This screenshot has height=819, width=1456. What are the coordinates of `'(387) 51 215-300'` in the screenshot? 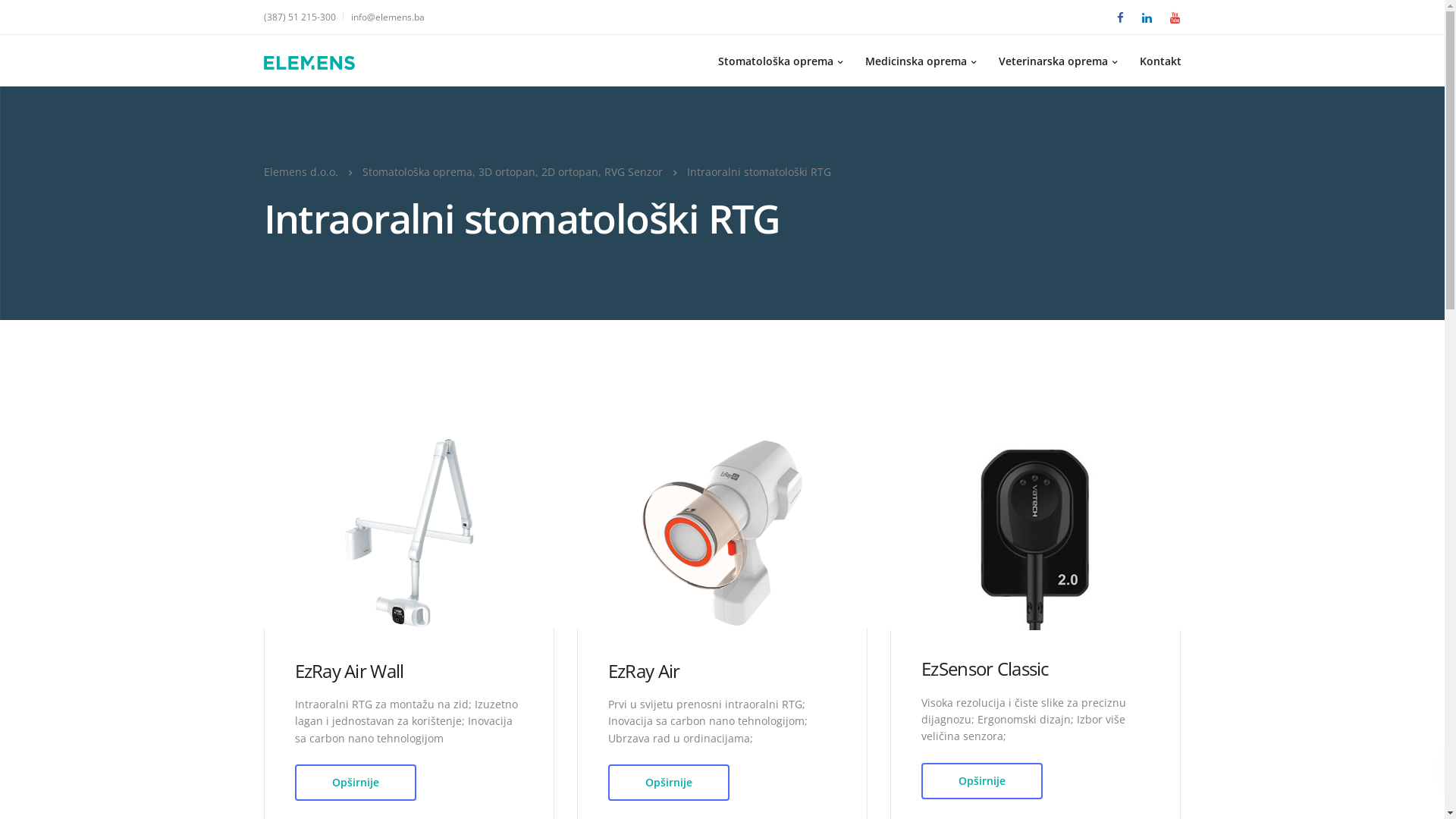 It's located at (303, 17).